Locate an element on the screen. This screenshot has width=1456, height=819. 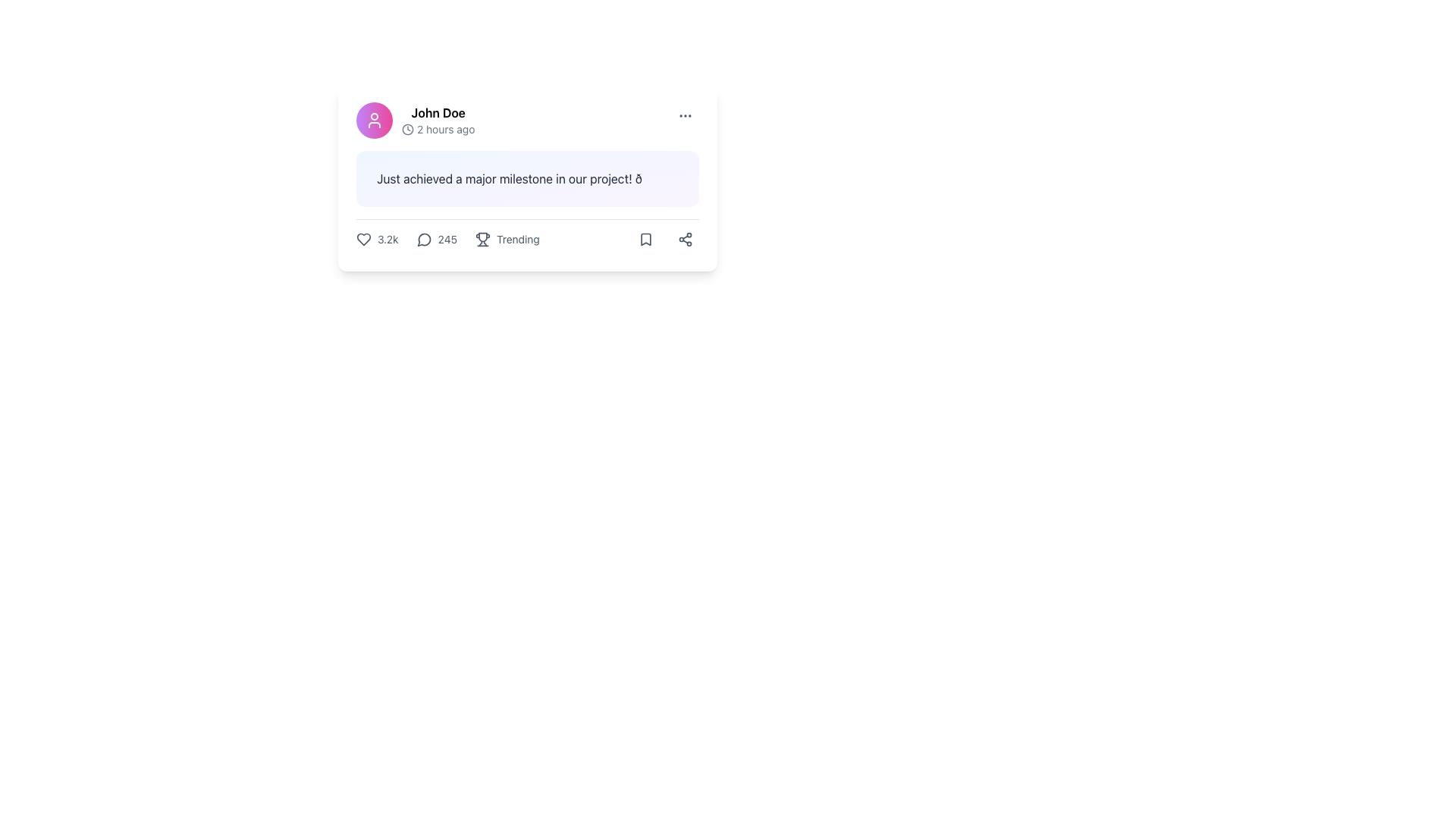
the 'Trending' text label that is styled with a small gray font, located in the bottom section of a content card, following a trophy icon and aligned horizontally with it is located at coordinates (518, 239).